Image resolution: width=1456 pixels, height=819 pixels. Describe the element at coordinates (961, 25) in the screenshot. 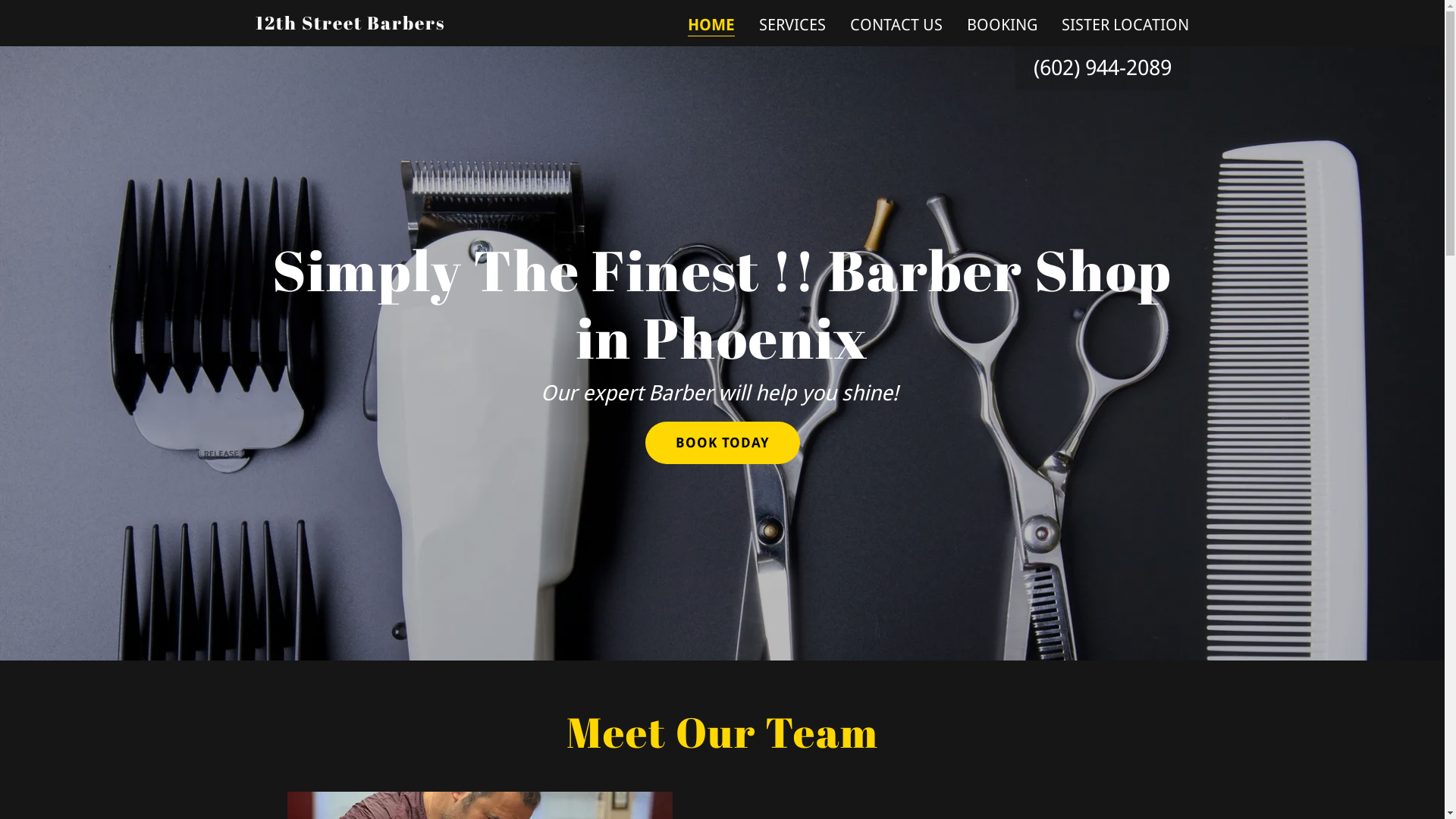

I see `'BOOKING'` at that location.